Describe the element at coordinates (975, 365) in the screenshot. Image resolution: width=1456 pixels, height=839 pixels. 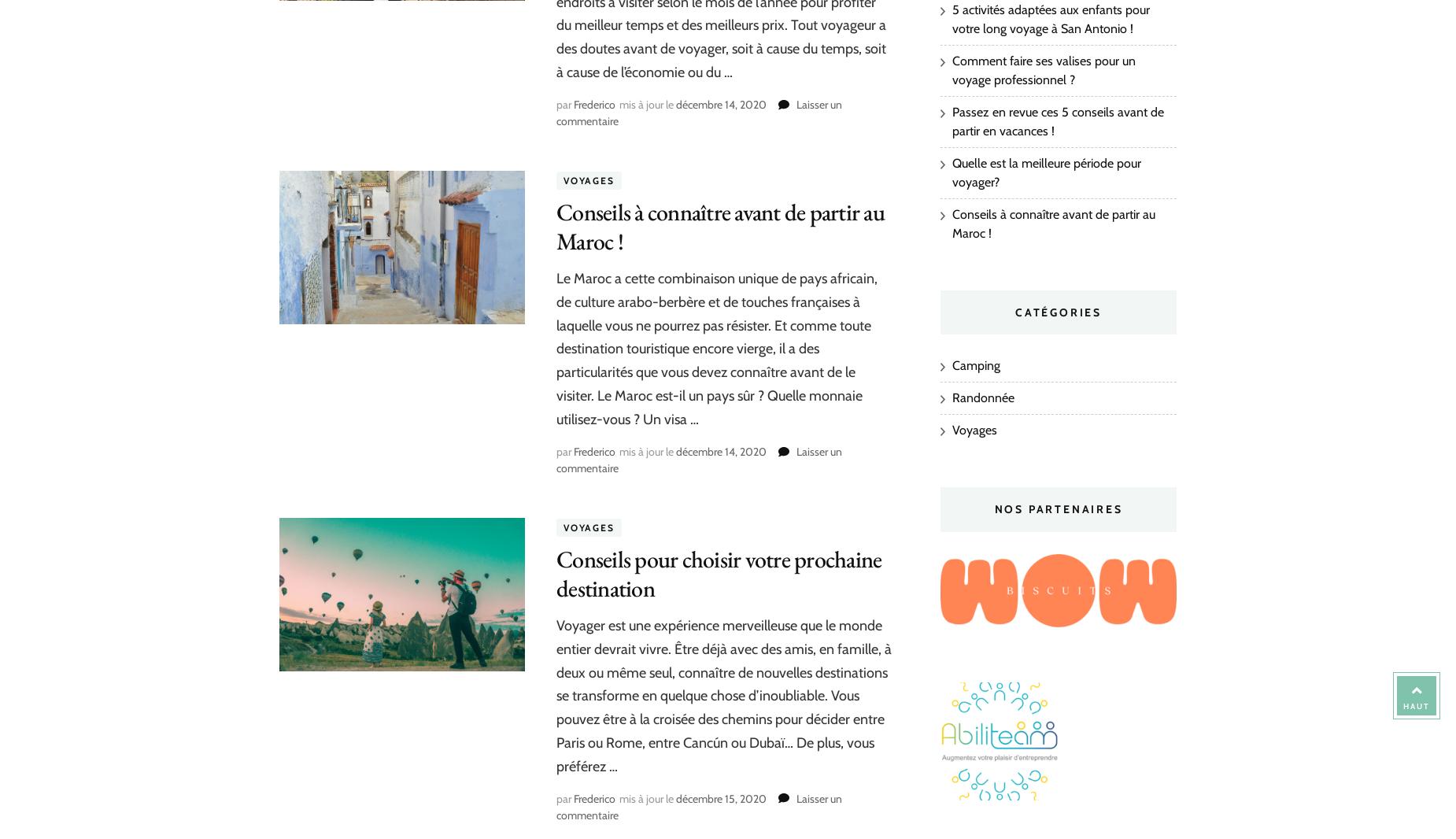
I see `'Camping'` at that location.